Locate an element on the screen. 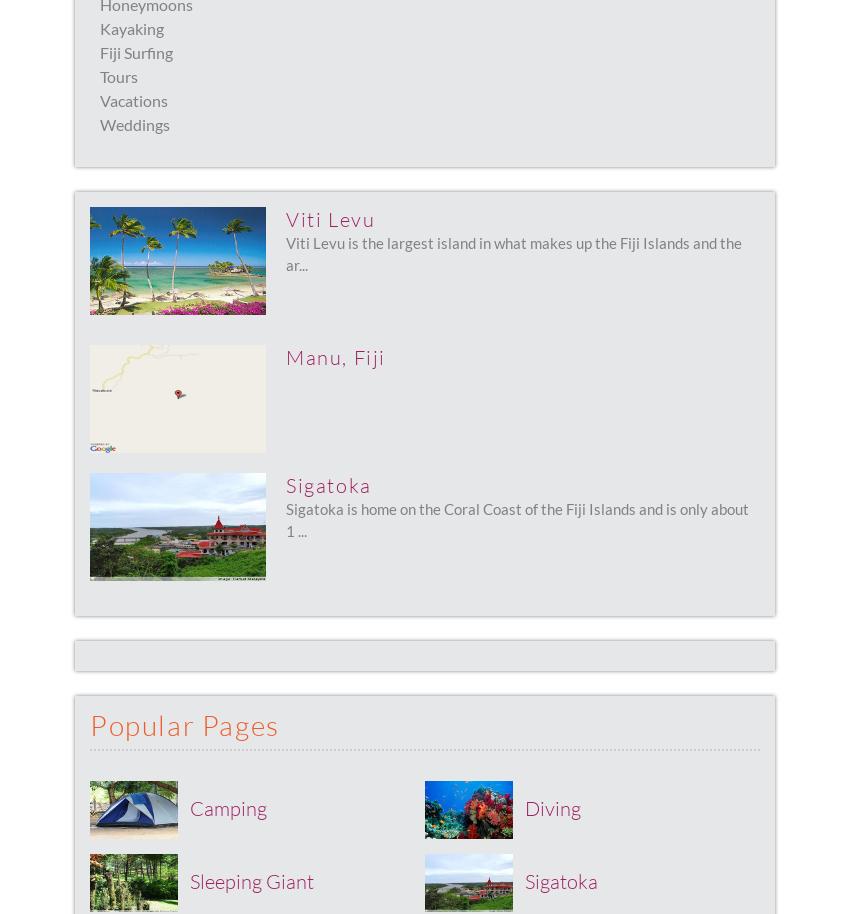  'Weddings' is located at coordinates (134, 124).